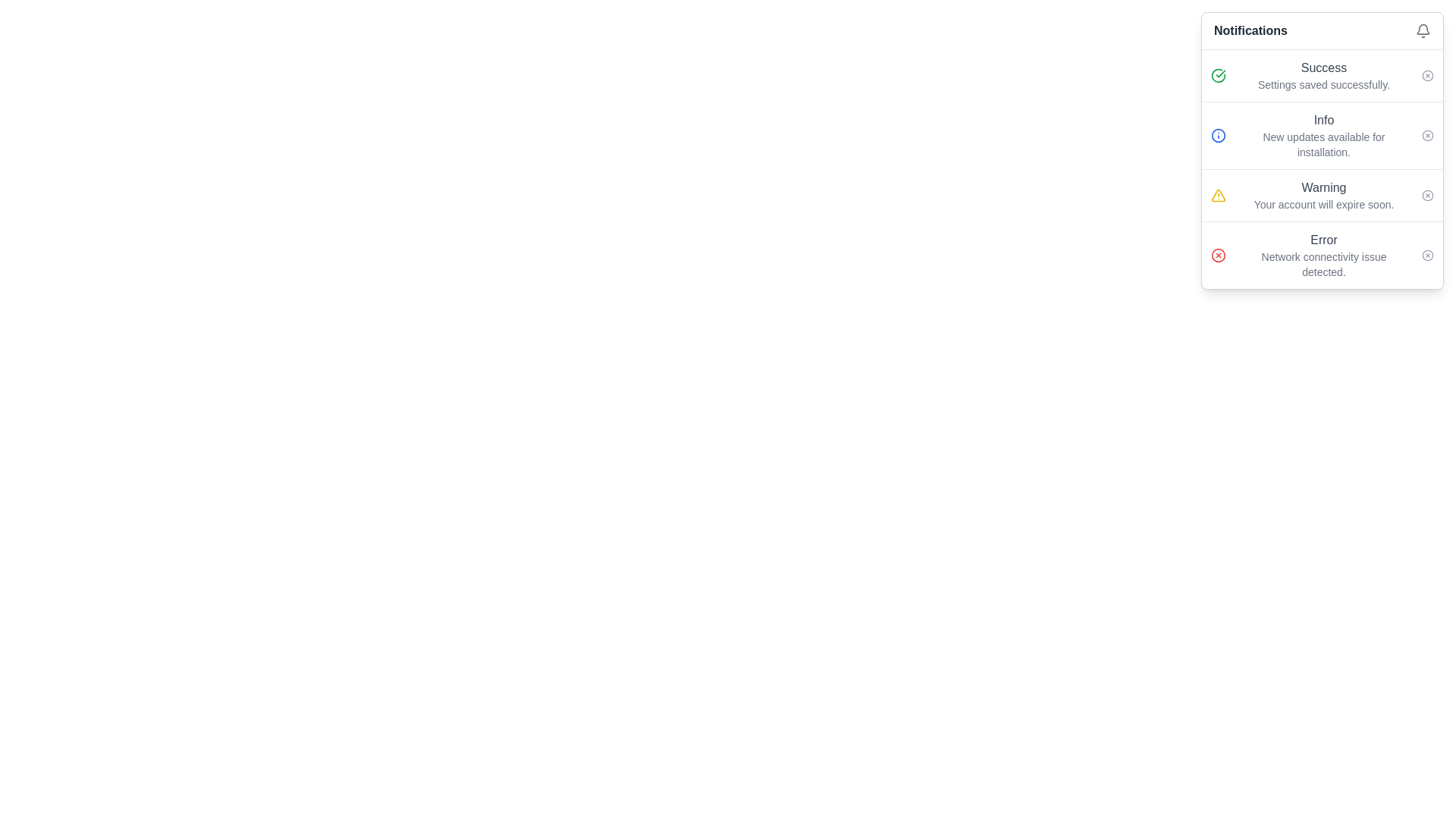  I want to click on the text label displaying 'Info' located at the top of the notification card, so click(1323, 119).